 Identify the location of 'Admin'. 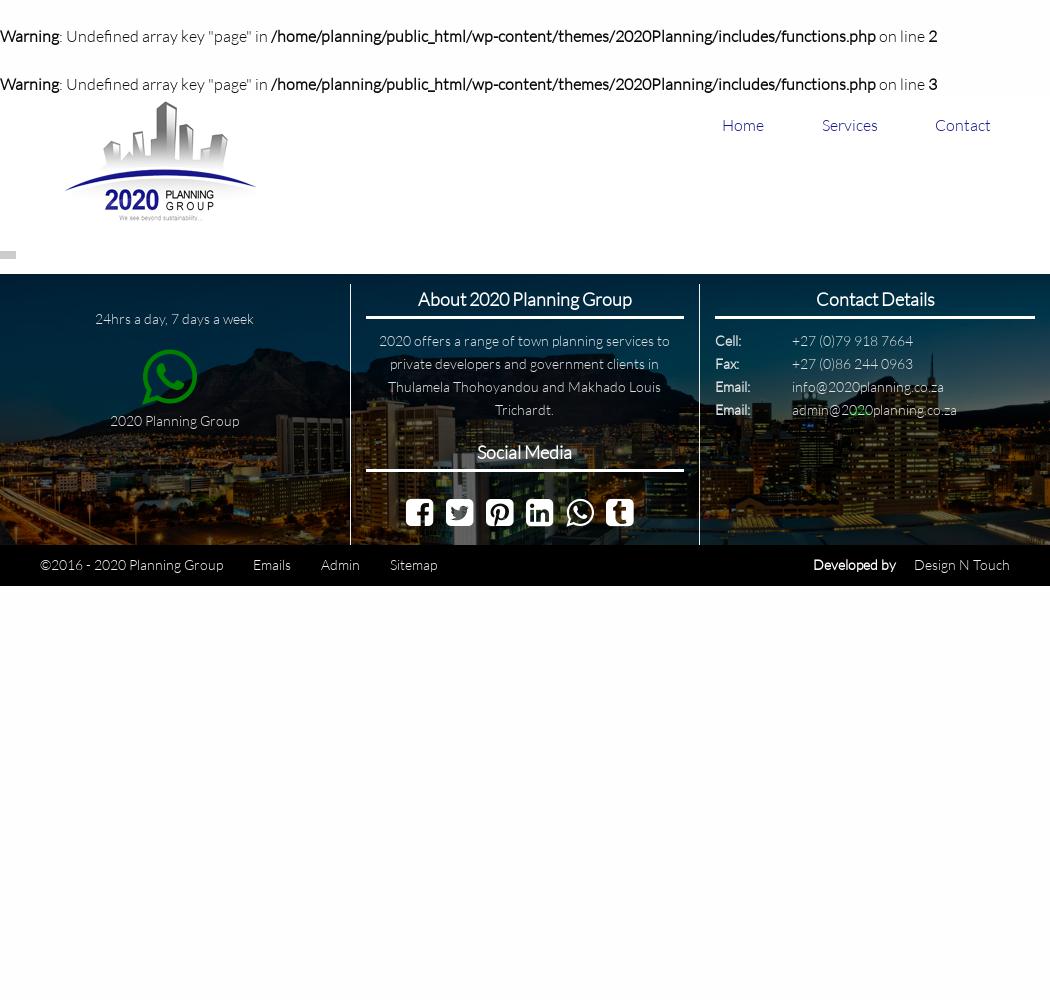
(339, 563).